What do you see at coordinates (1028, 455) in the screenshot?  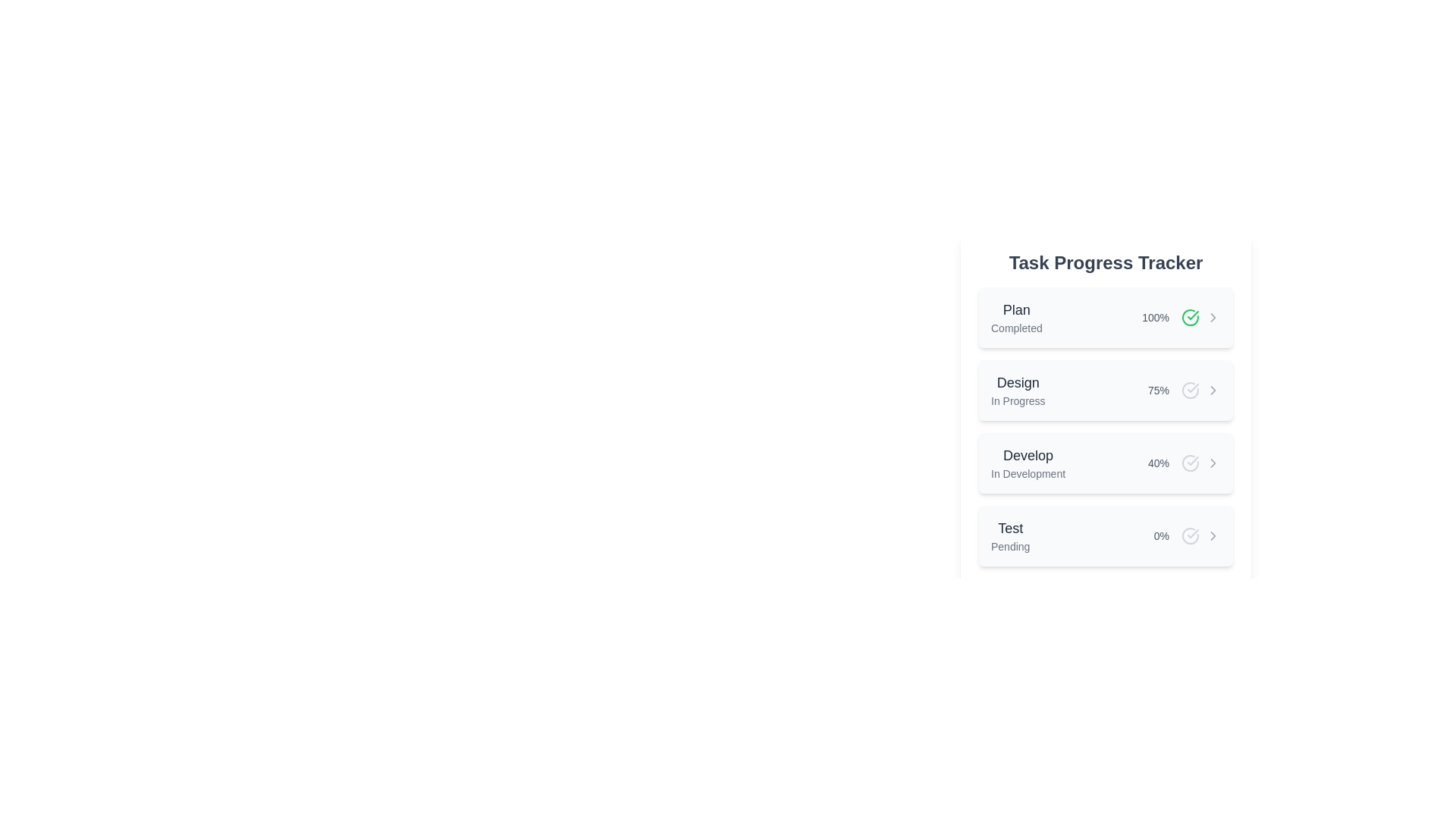 I see `the 'Develop' task state label in the 'Task Progress Tracker' section, which is positioned above the 'In Development' subtext` at bounding box center [1028, 455].